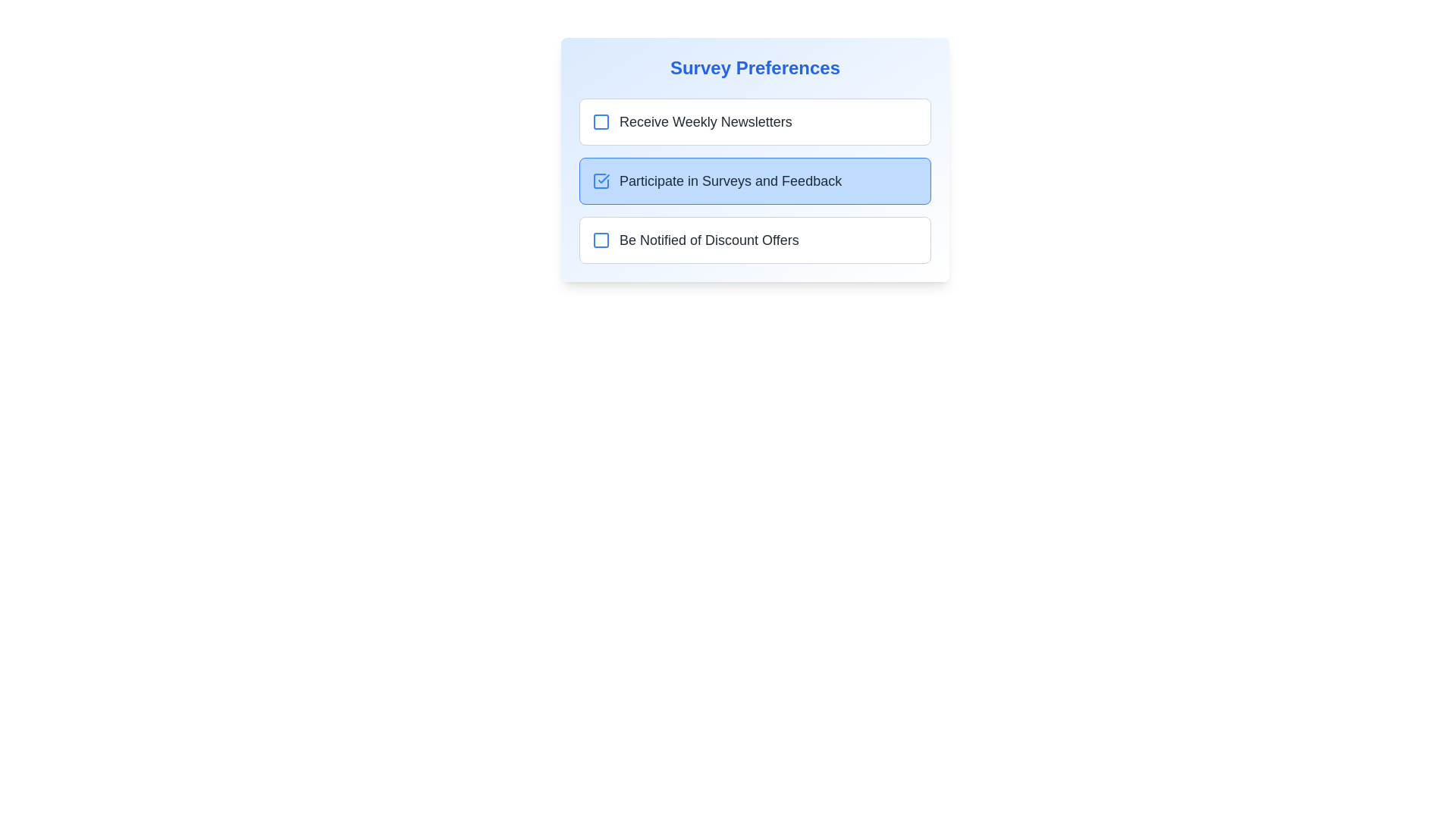  I want to click on the checkbox for notifications about discount offers, which is the third option under 'Survey Preferences.', so click(755, 239).